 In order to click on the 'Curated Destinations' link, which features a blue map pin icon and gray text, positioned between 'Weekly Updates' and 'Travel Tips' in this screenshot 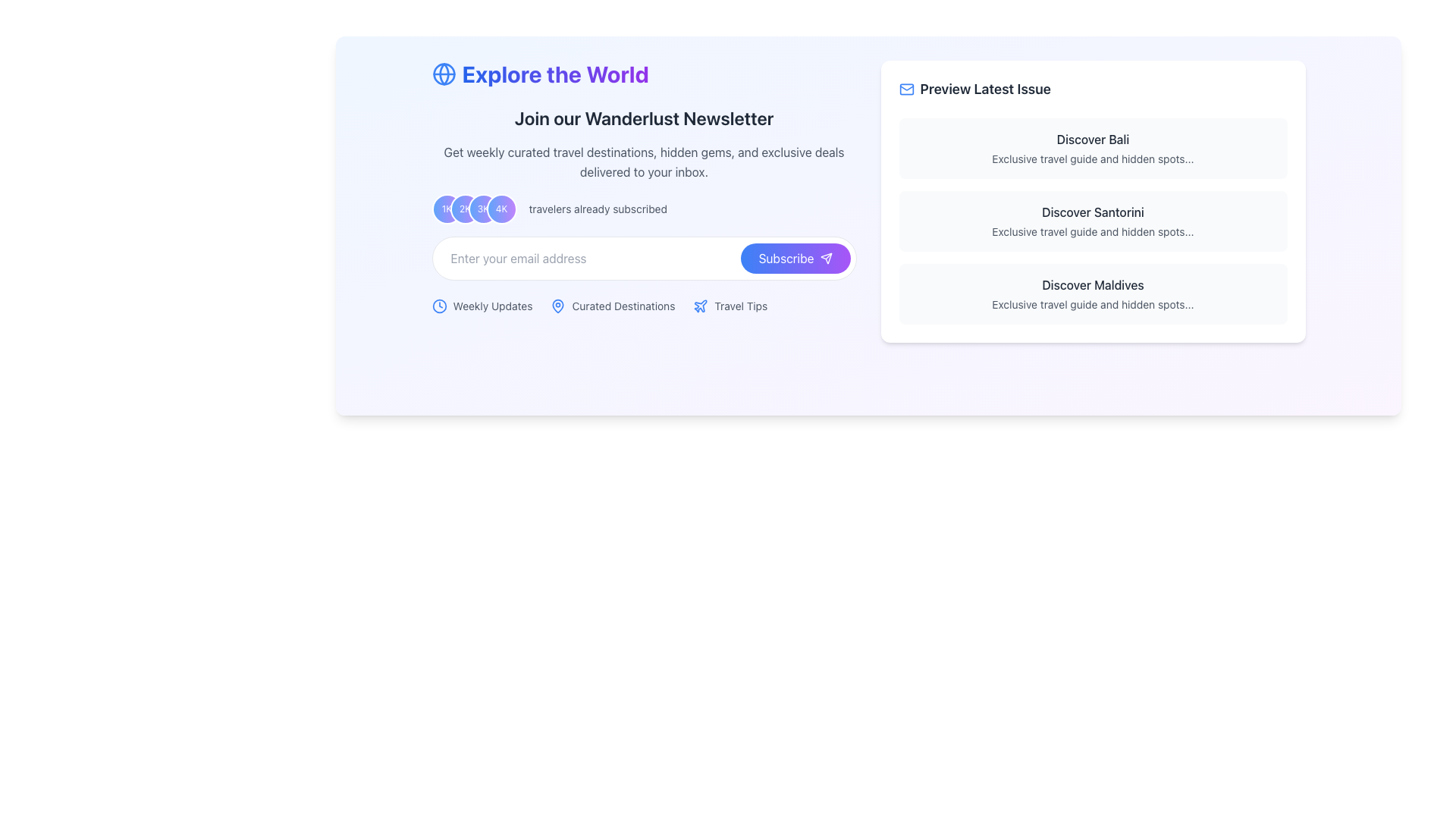, I will do `click(613, 306)`.